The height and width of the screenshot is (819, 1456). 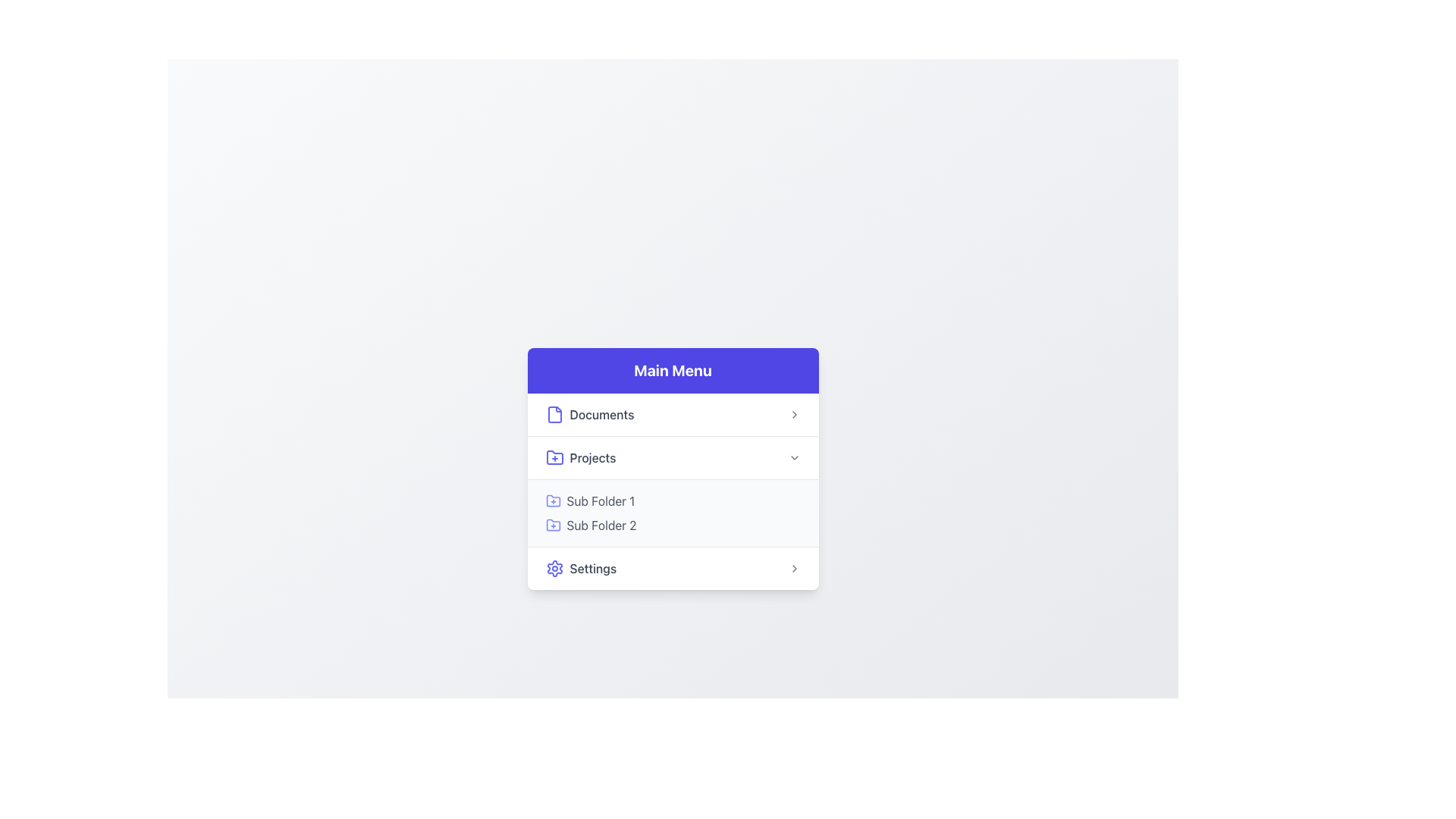 I want to click on displayed text from the Header or Title Bar of the dropdown menu located at the upper-center region, which serves as the main context for the items listed below it, so click(x=672, y=370).